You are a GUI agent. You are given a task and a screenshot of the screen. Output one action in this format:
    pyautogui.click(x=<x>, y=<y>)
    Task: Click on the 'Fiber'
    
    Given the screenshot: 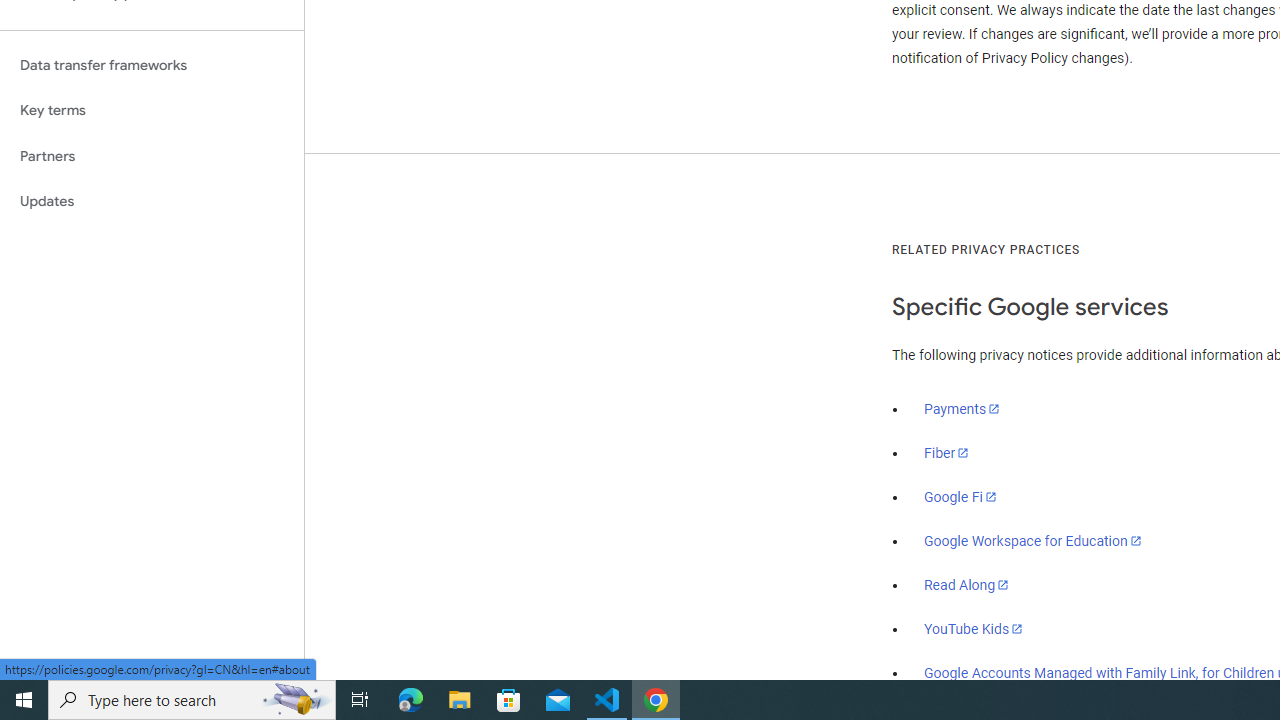 What is the action you would take?
    pyautogui.click(x=946, y=453)
    